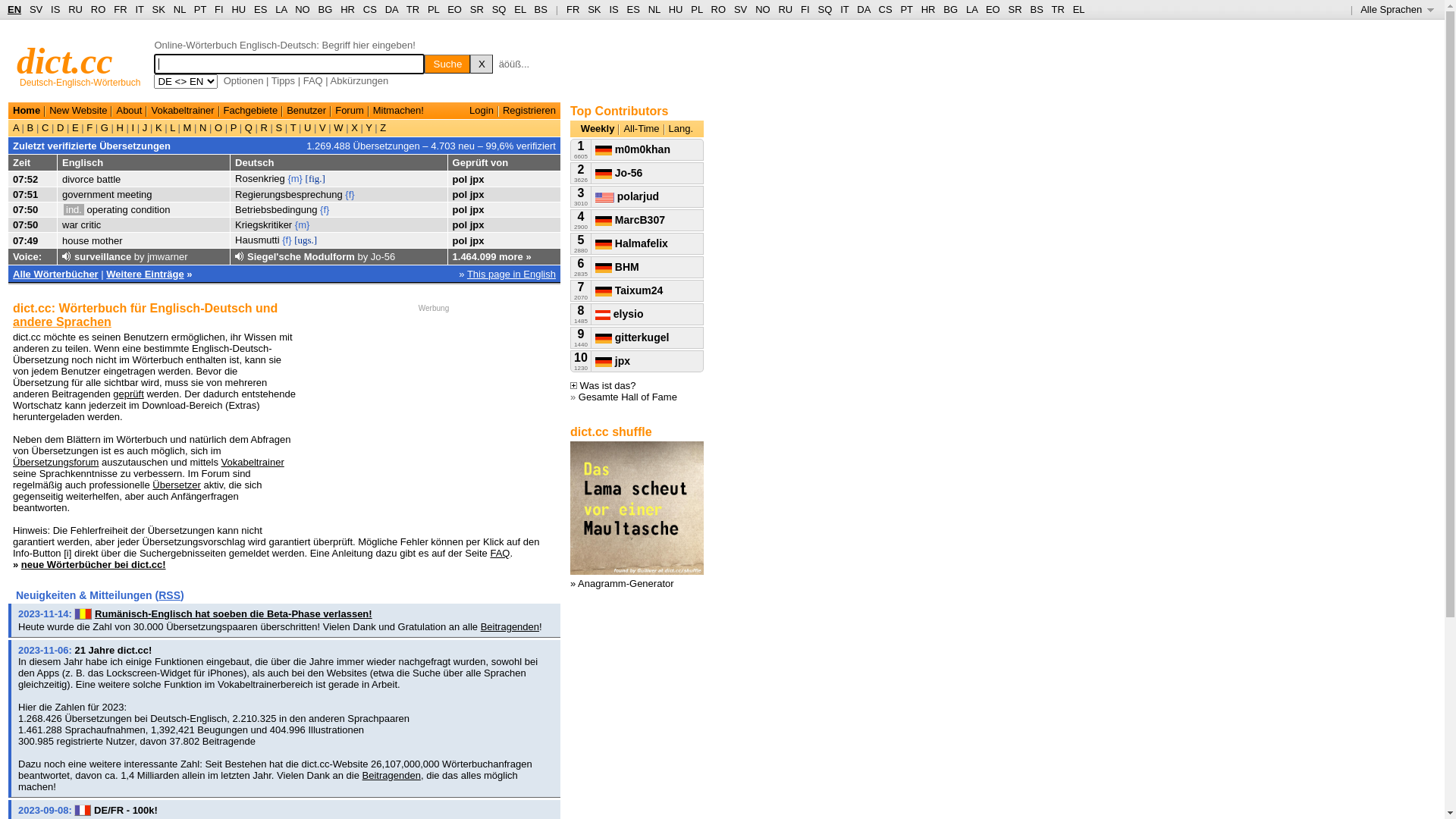  What do you see at coordinates (302, 9) in the screenshot?
I see `'NO'` at bounding box center [302, 9].